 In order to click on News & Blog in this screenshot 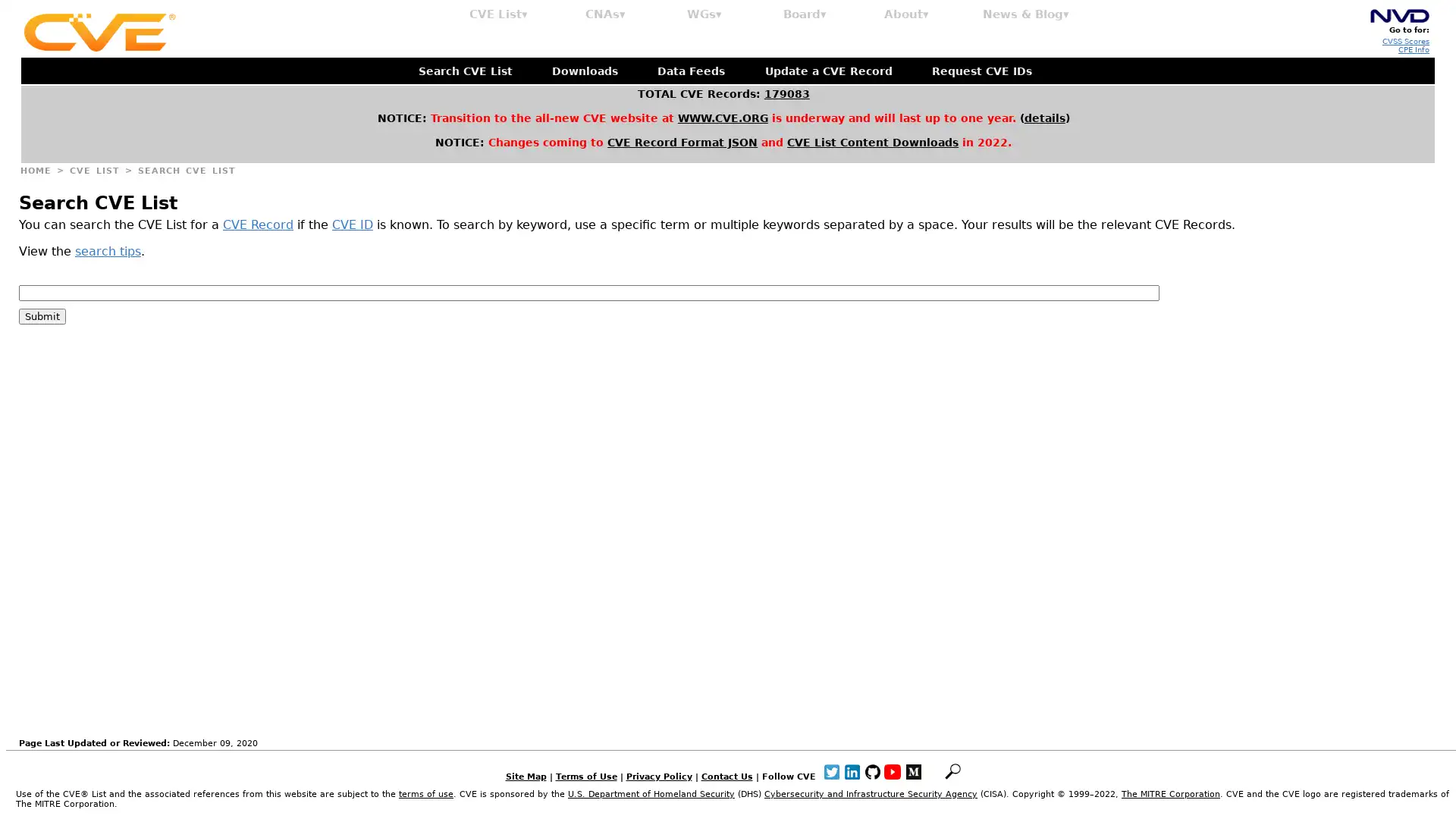, I will do `click(1026, 14)`.